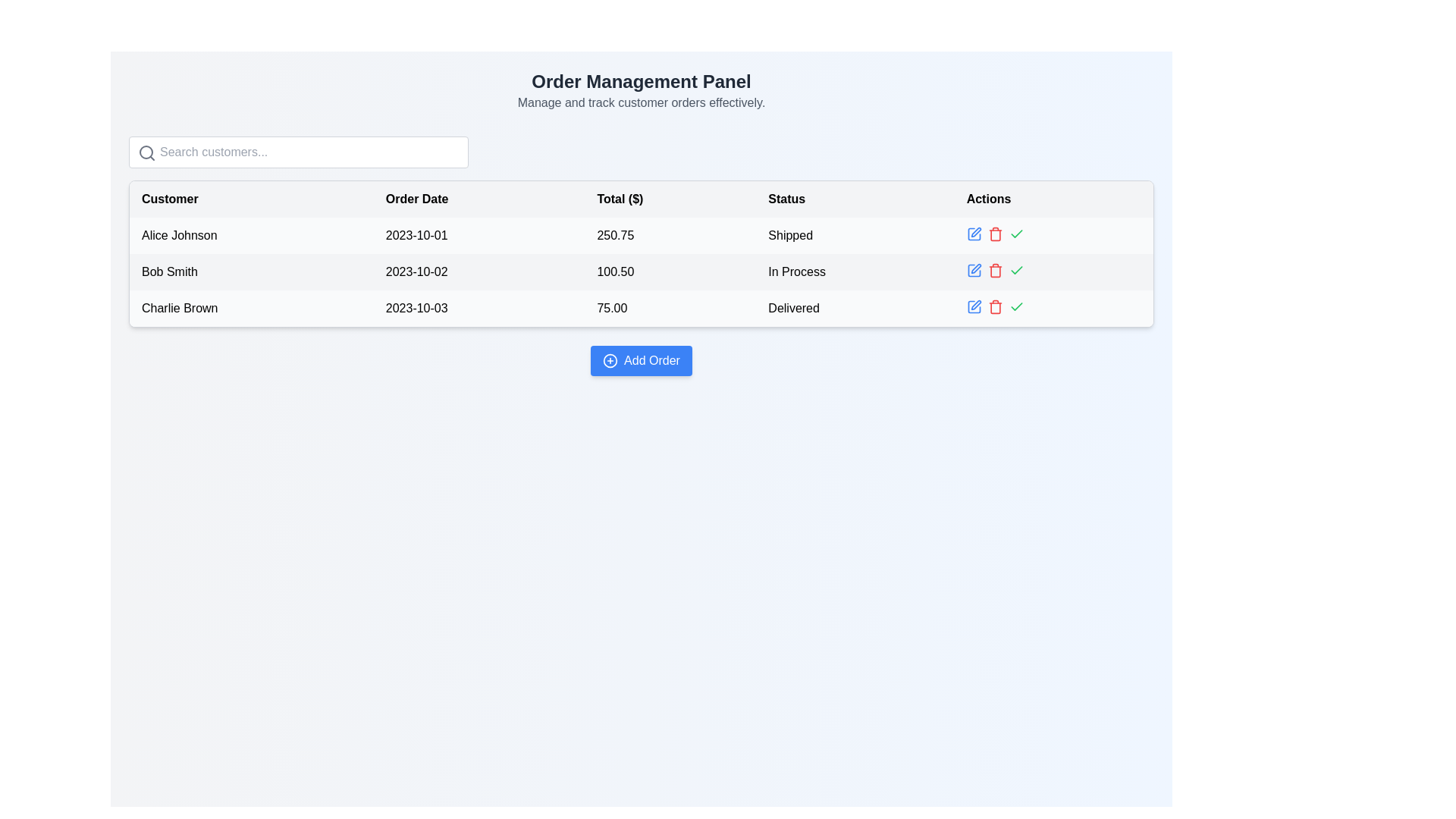 This screenshot has height=819, width=1456. What do you see at coordinates (641, 308) in the screenshot?
I see `the third row in the table displaying 'Charlie Brown', '2023-10-03', '75.00', and 'Delivered' for further operations` at bounding box center [641, 308].